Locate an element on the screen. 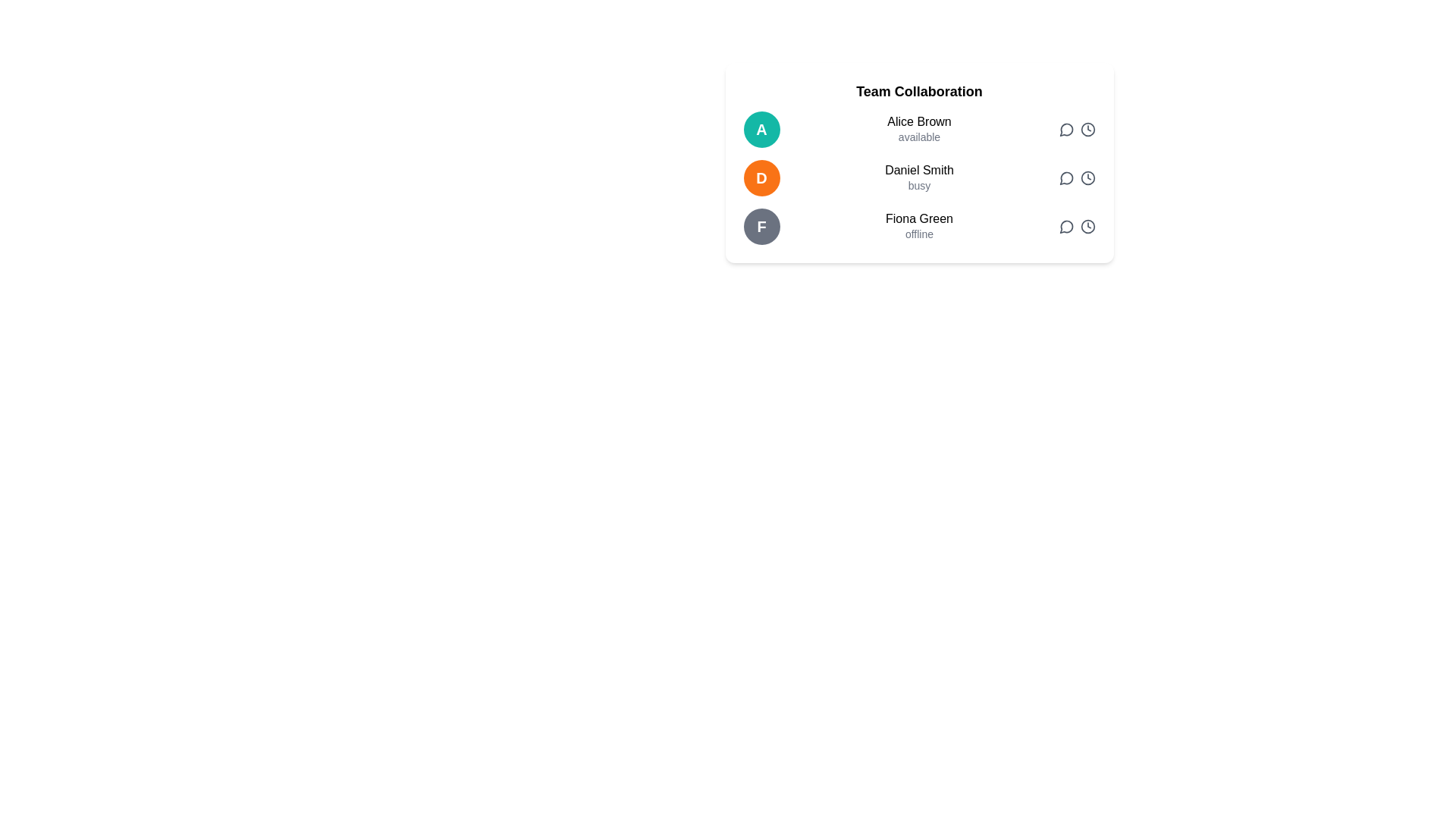  the text element displaying 'Fiona Green' located in the Team Collaboration section, positioned in the third row of user entries, next to the circular icon with the letter 'F' is located at coordinates (918, 219).